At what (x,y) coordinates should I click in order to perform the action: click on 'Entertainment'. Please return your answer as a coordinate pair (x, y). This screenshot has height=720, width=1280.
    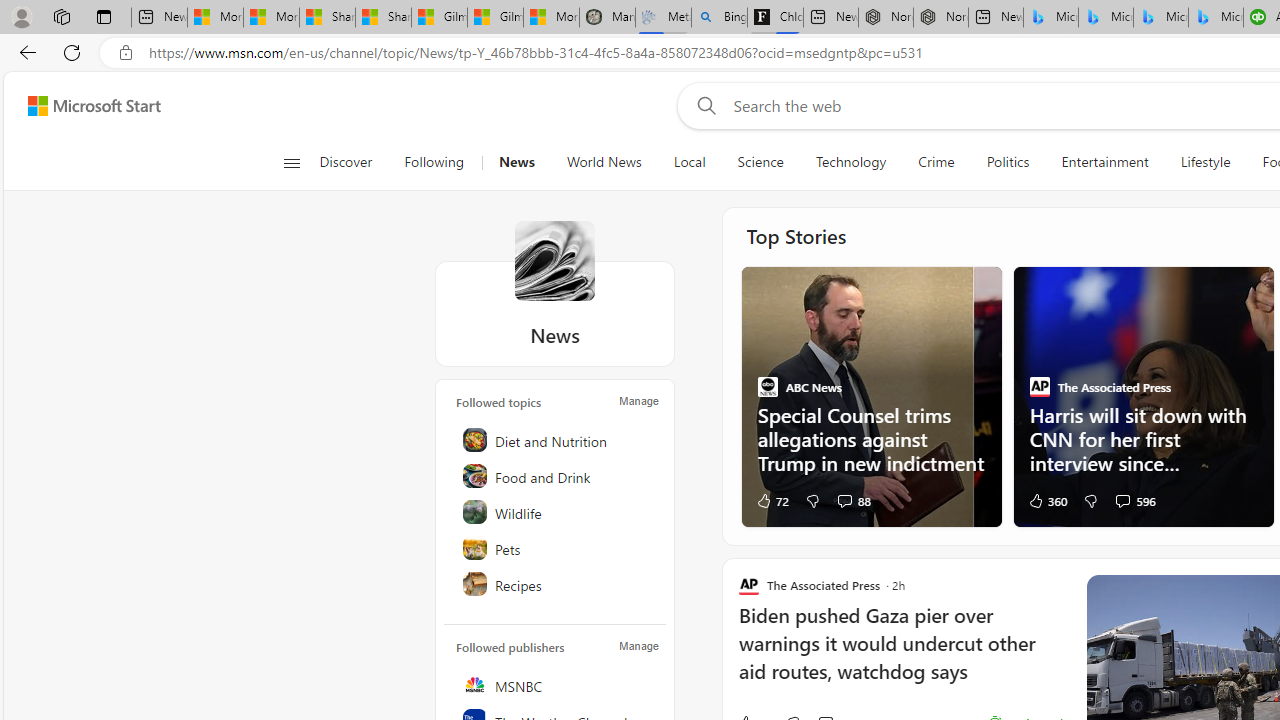
    Looking at the image, I should click on (1103, 162).